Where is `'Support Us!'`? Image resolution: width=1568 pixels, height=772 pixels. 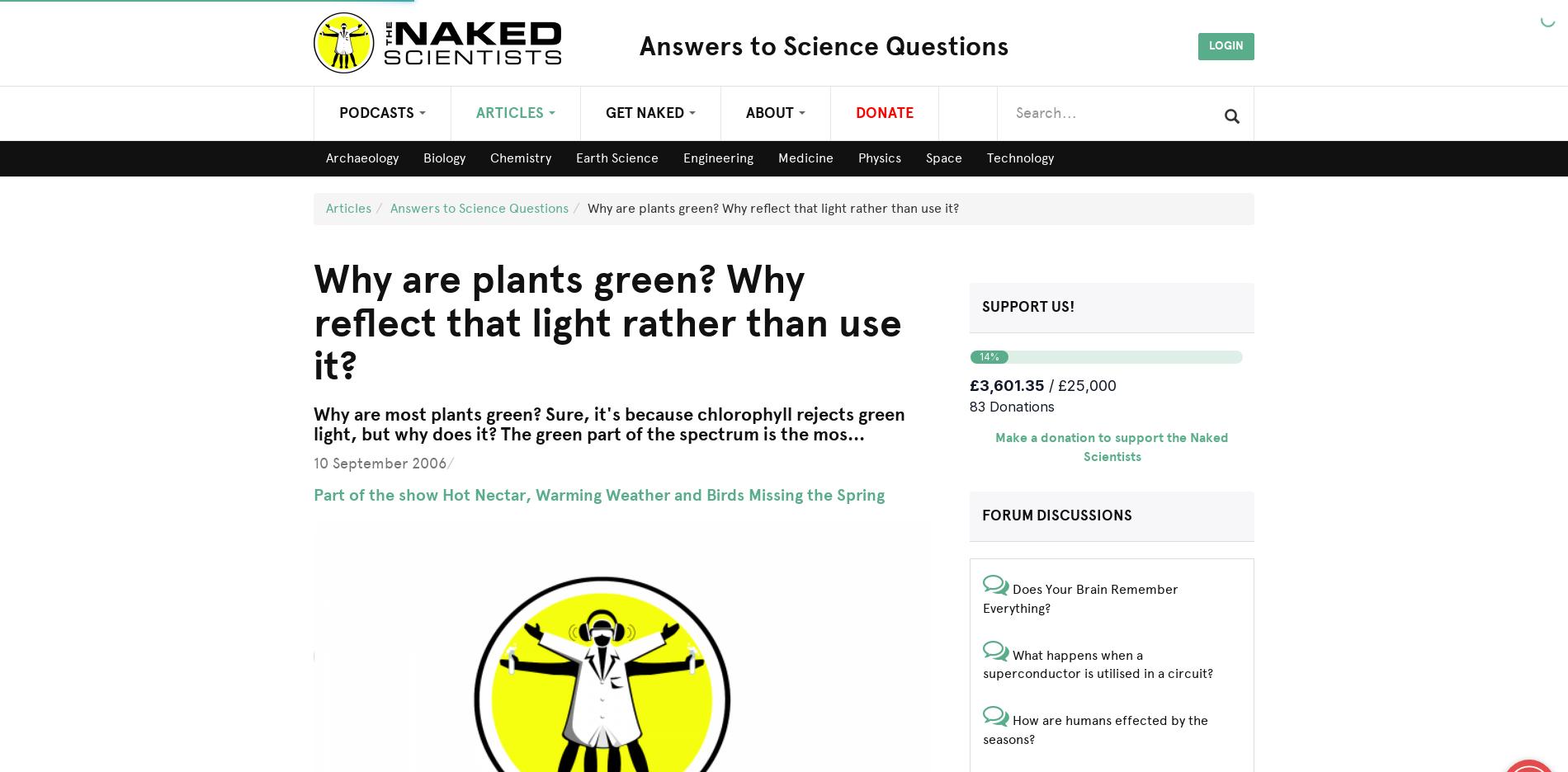 'Support Us!' is located at coordinates (980, 306).